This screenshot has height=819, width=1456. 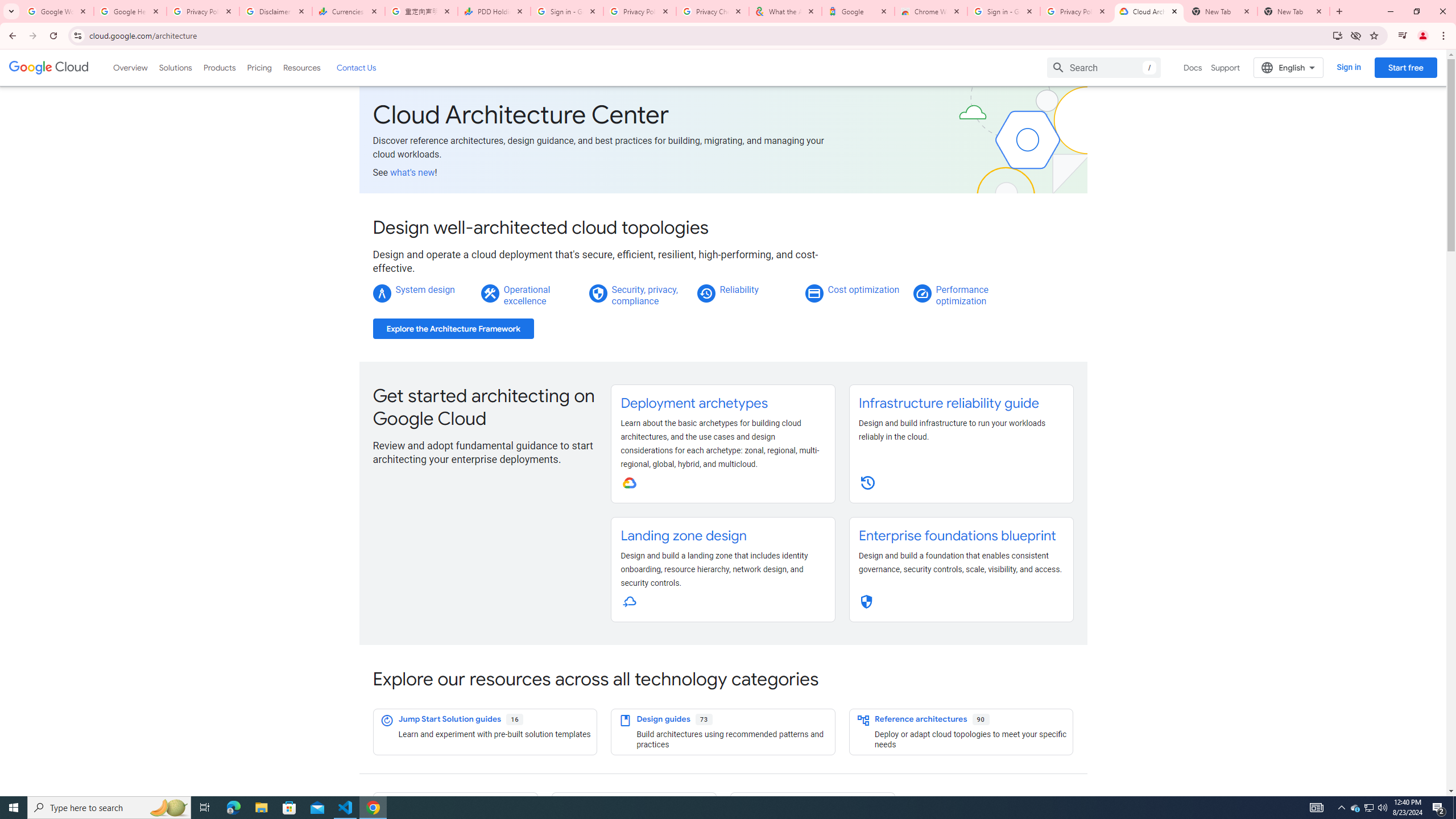 I want to click on 'Support', so click(x=1226, y=67).